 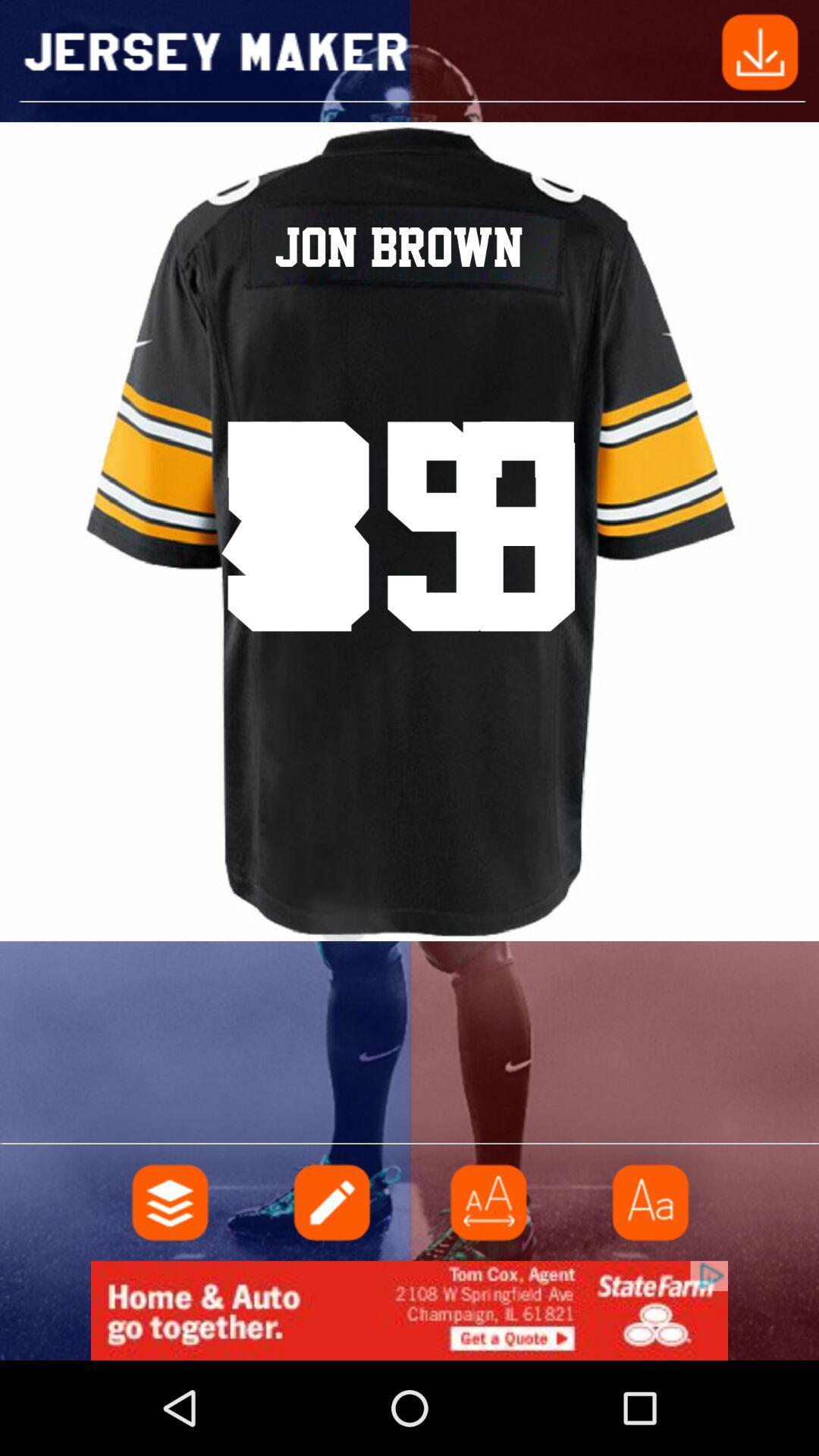 What do you see at coordinates (170, 1201) in the screenshot?
I see `your files` at bounding box center [170, 1201].